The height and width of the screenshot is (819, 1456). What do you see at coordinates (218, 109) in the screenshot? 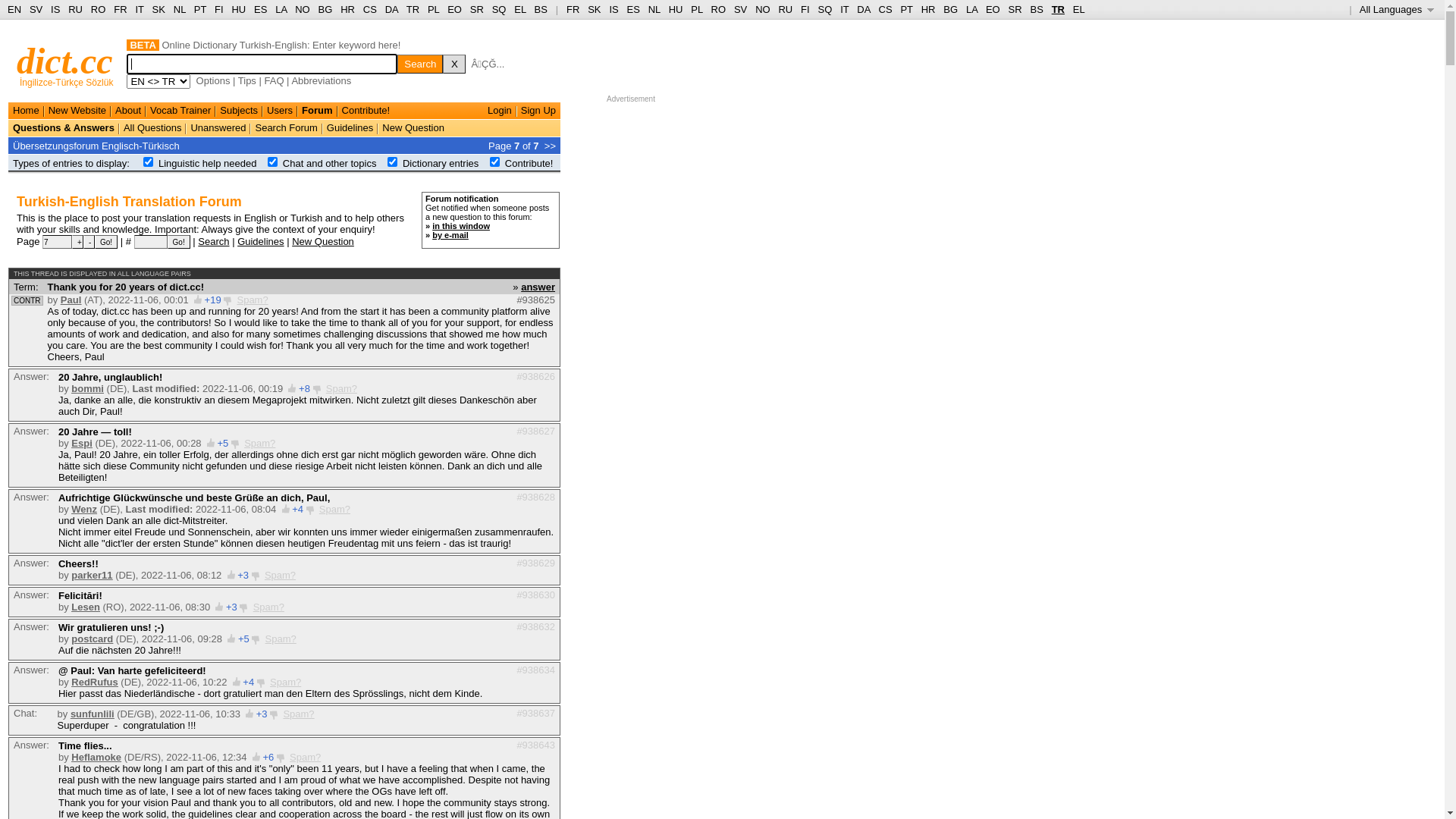
I see `'Subjects'` at bounding box center [218, 109].